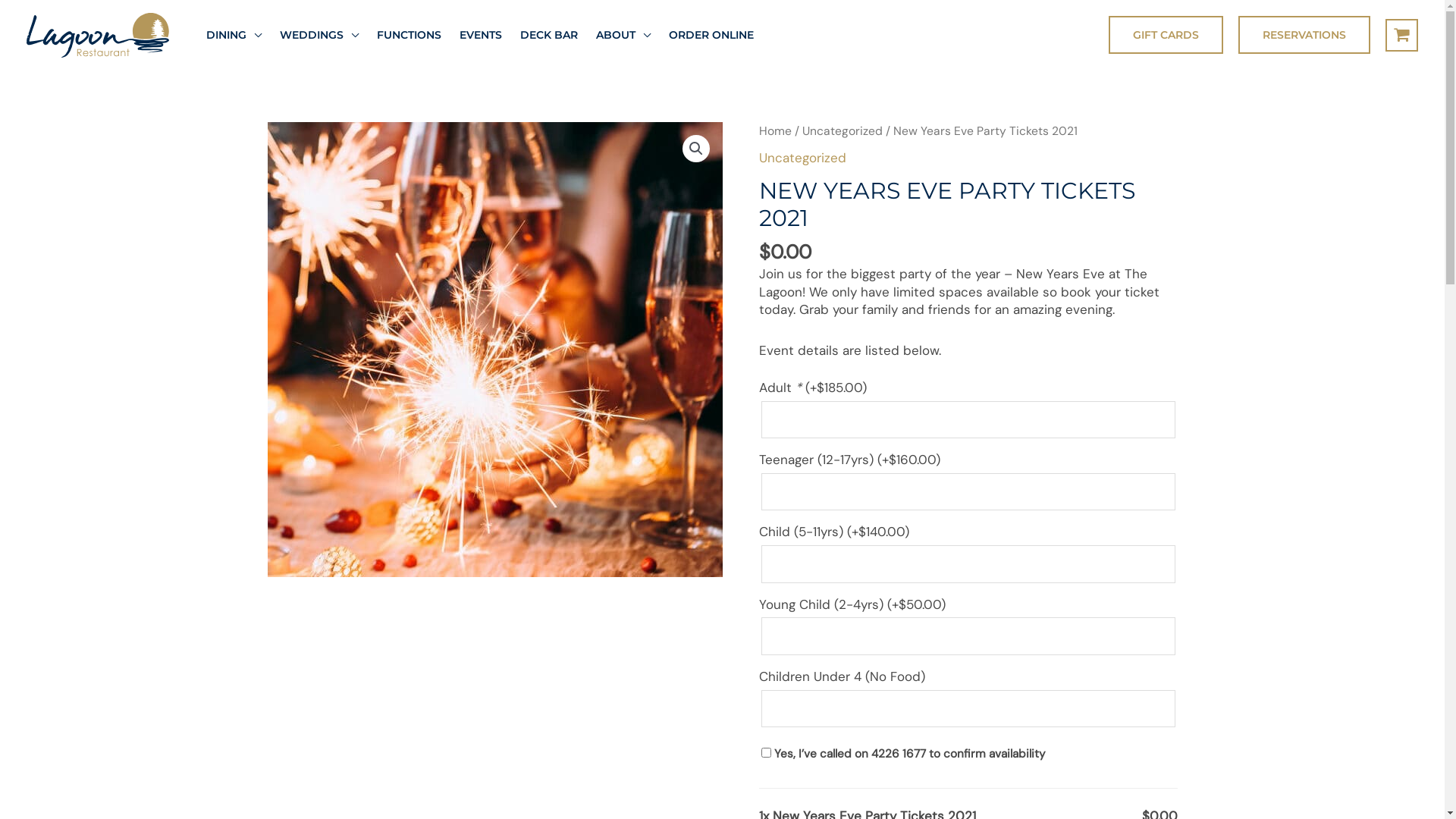 The height and width of the screenshot is (819, 1456). Describe the element at coordinates (233, 34) in the screenshot. I see `'DINING'` at that location.